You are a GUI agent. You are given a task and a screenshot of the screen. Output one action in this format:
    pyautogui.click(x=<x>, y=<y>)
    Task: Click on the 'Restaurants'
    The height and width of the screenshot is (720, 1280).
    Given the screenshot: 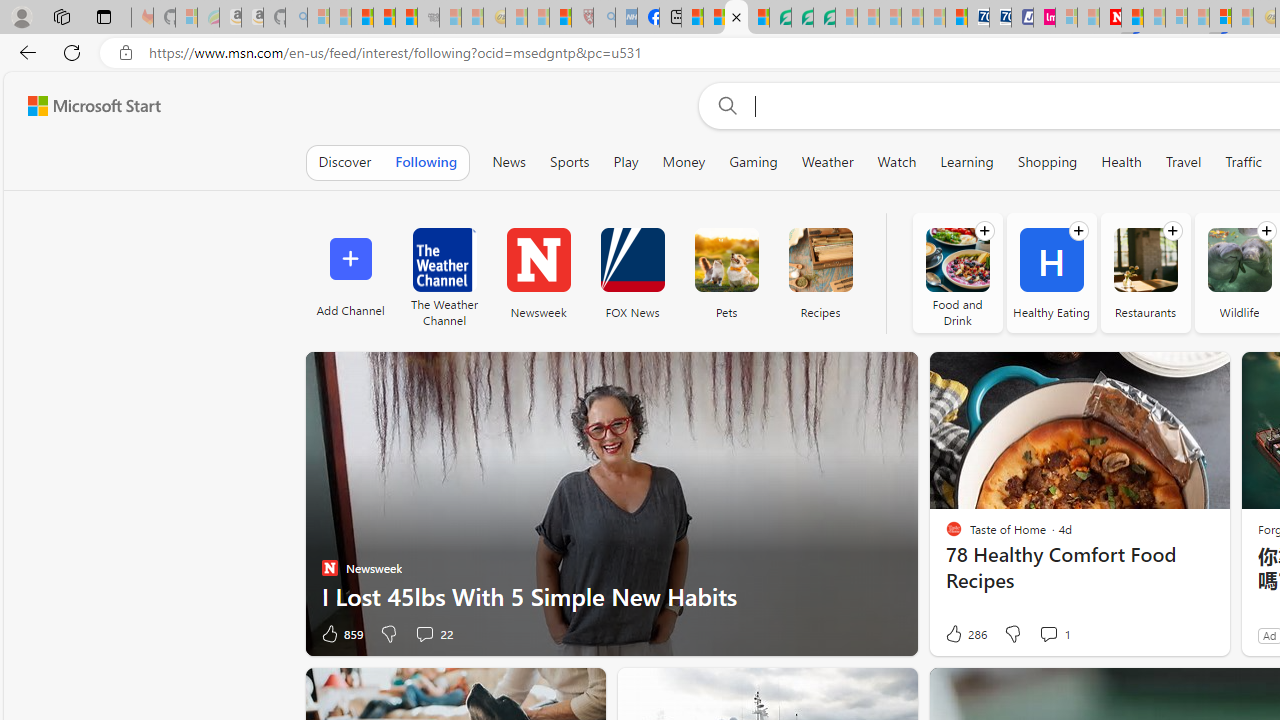 What is the action you would take?
    pyautogui.click(x=1145, y=259)
    